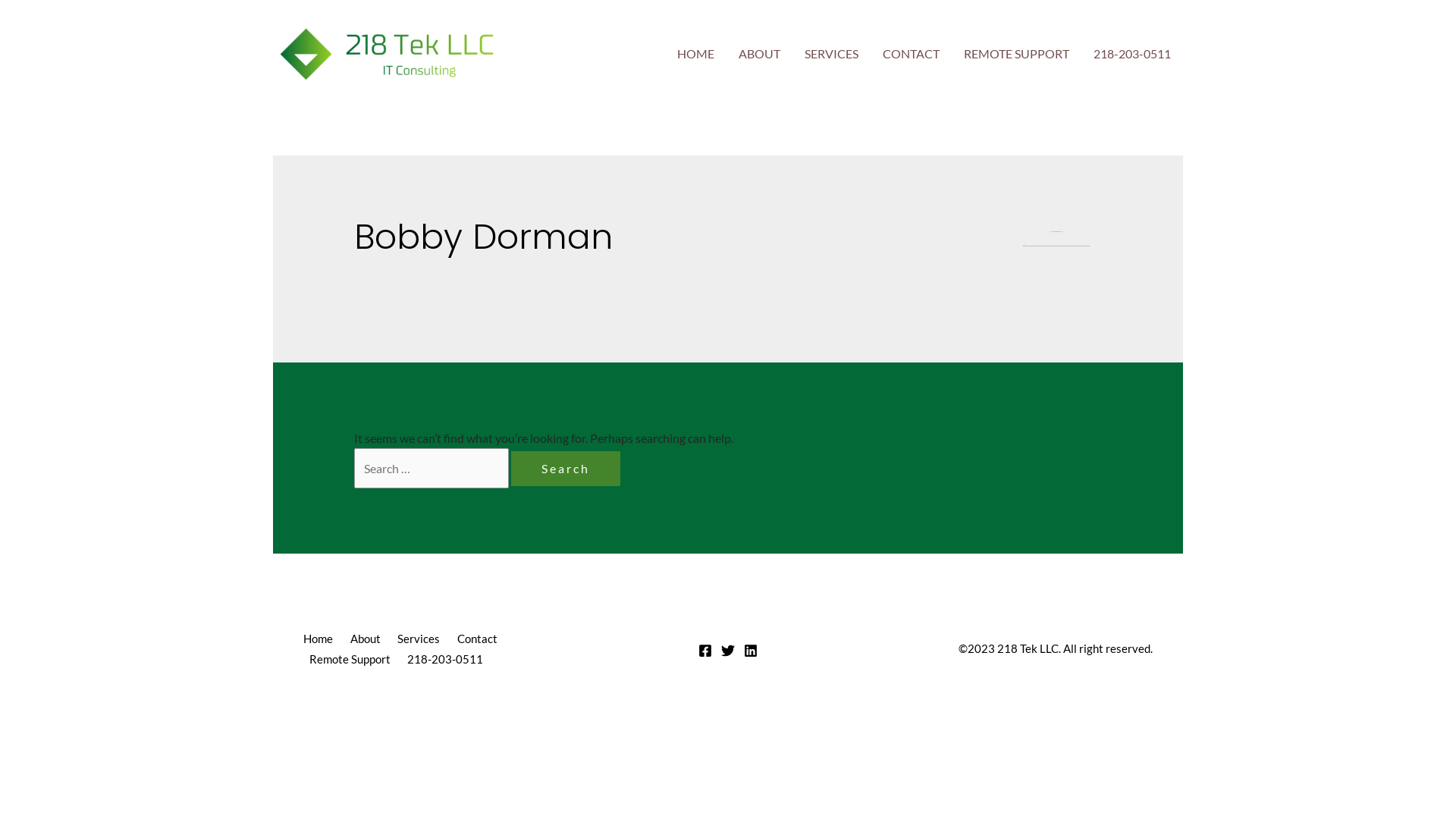 This screenshot has width=1456, height=819. What do you see at coordinates (1016, 52) in the screenshot?
I see `'REMOTE SUPPORT'` at bounding box center [1016, 52].